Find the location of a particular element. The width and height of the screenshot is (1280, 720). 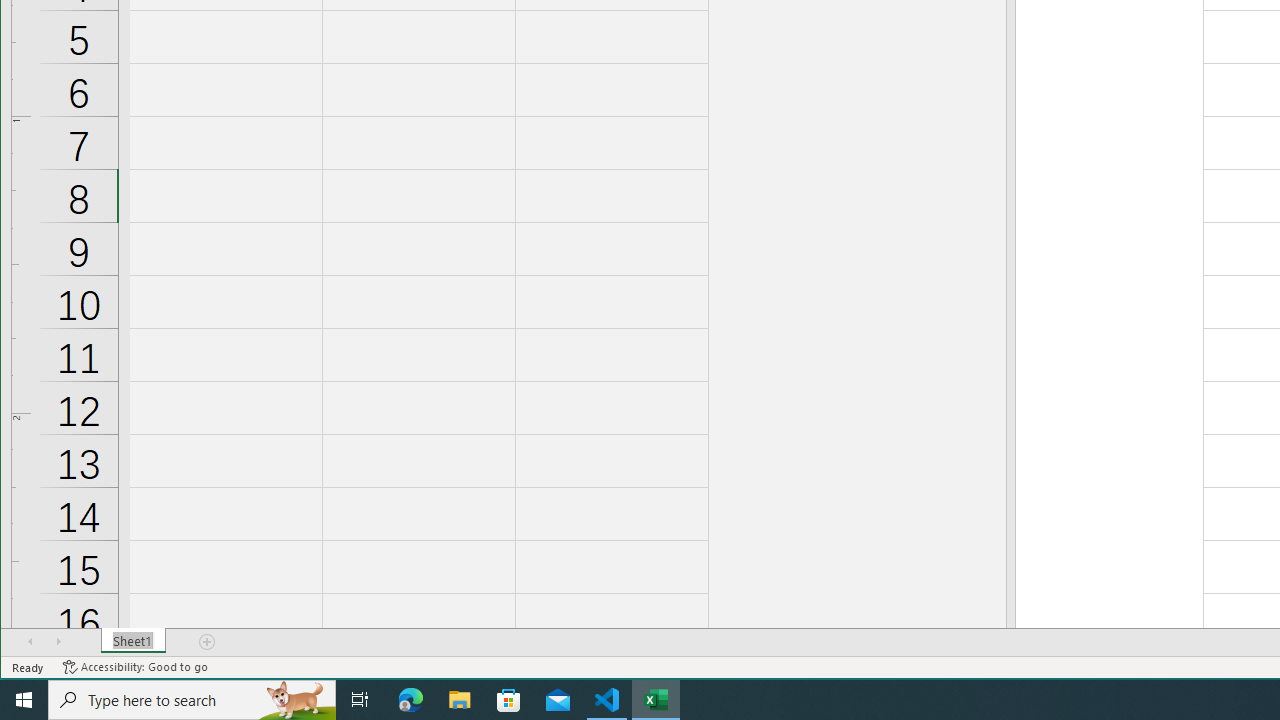

'Microsoft Edge' is located at coordinates (410, 698).